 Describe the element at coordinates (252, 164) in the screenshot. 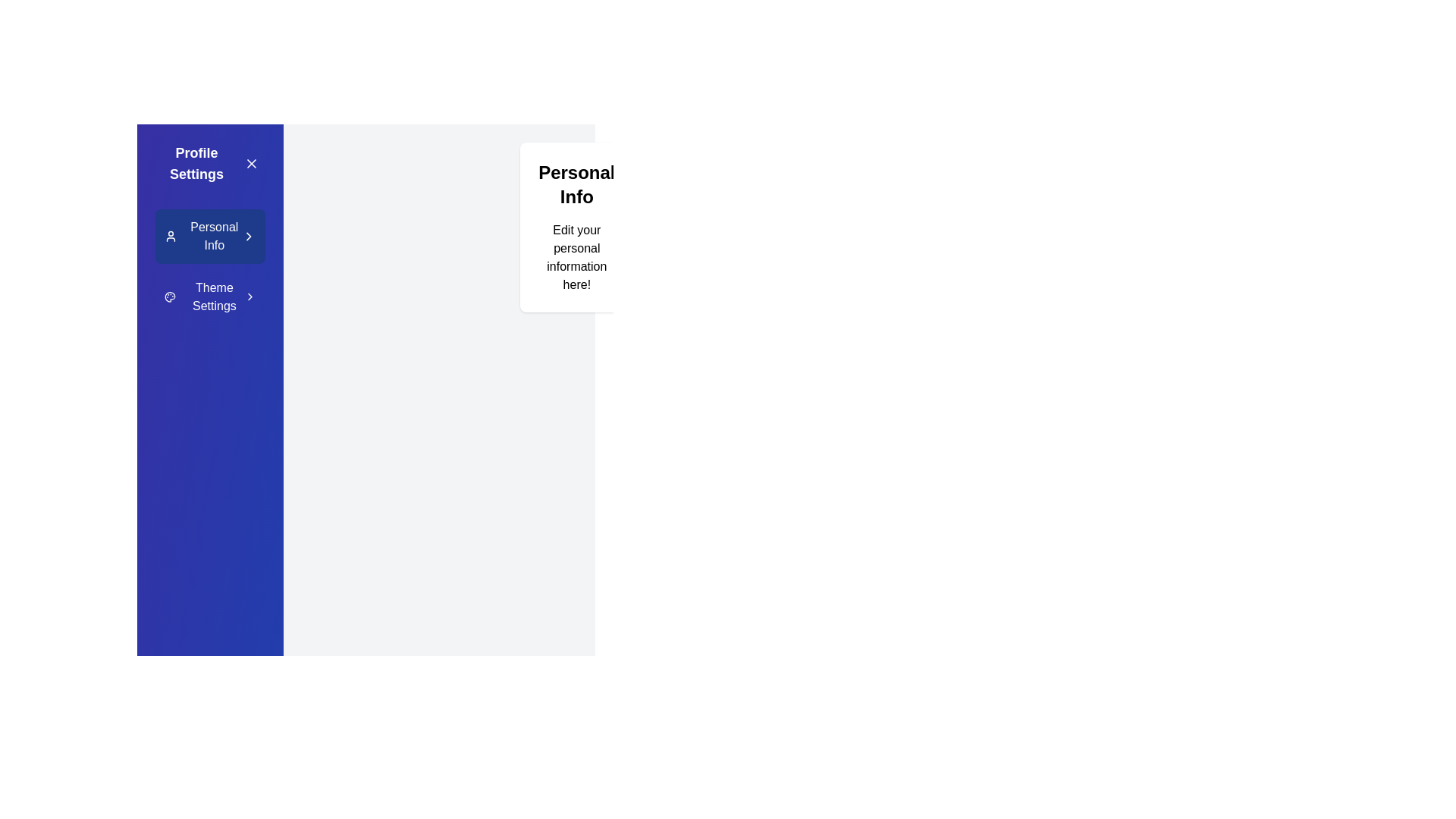

I see `the circular button with an 'X' icon inside it, located in the top-right corner of the sidebar under 'Profile Settings'` at that location.